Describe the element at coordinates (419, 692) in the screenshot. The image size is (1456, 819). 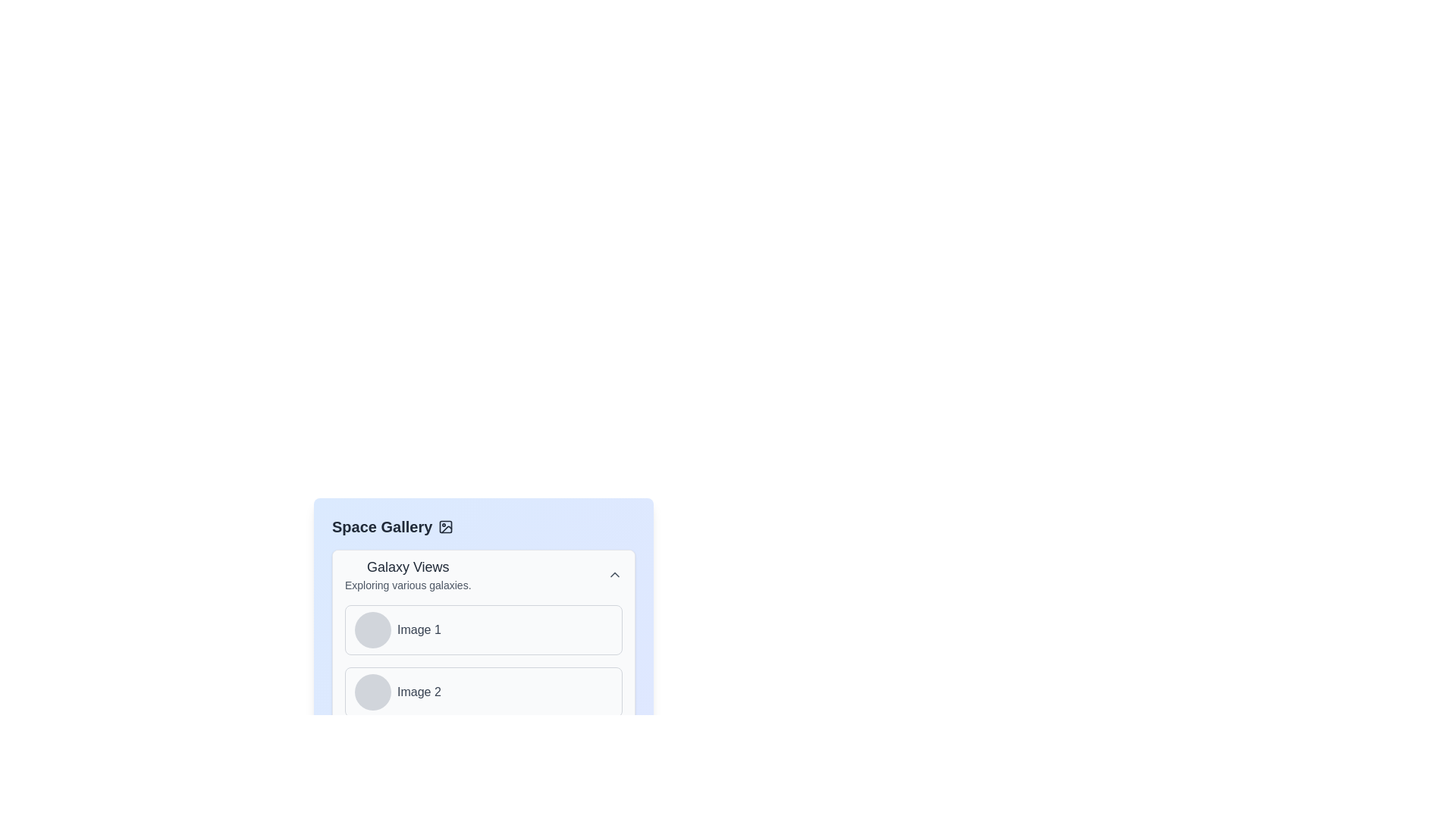
I see `text label element displaying 'Image 2', which is styled in medium gray color and located in the second row adjacent to a circular icon` at that location.